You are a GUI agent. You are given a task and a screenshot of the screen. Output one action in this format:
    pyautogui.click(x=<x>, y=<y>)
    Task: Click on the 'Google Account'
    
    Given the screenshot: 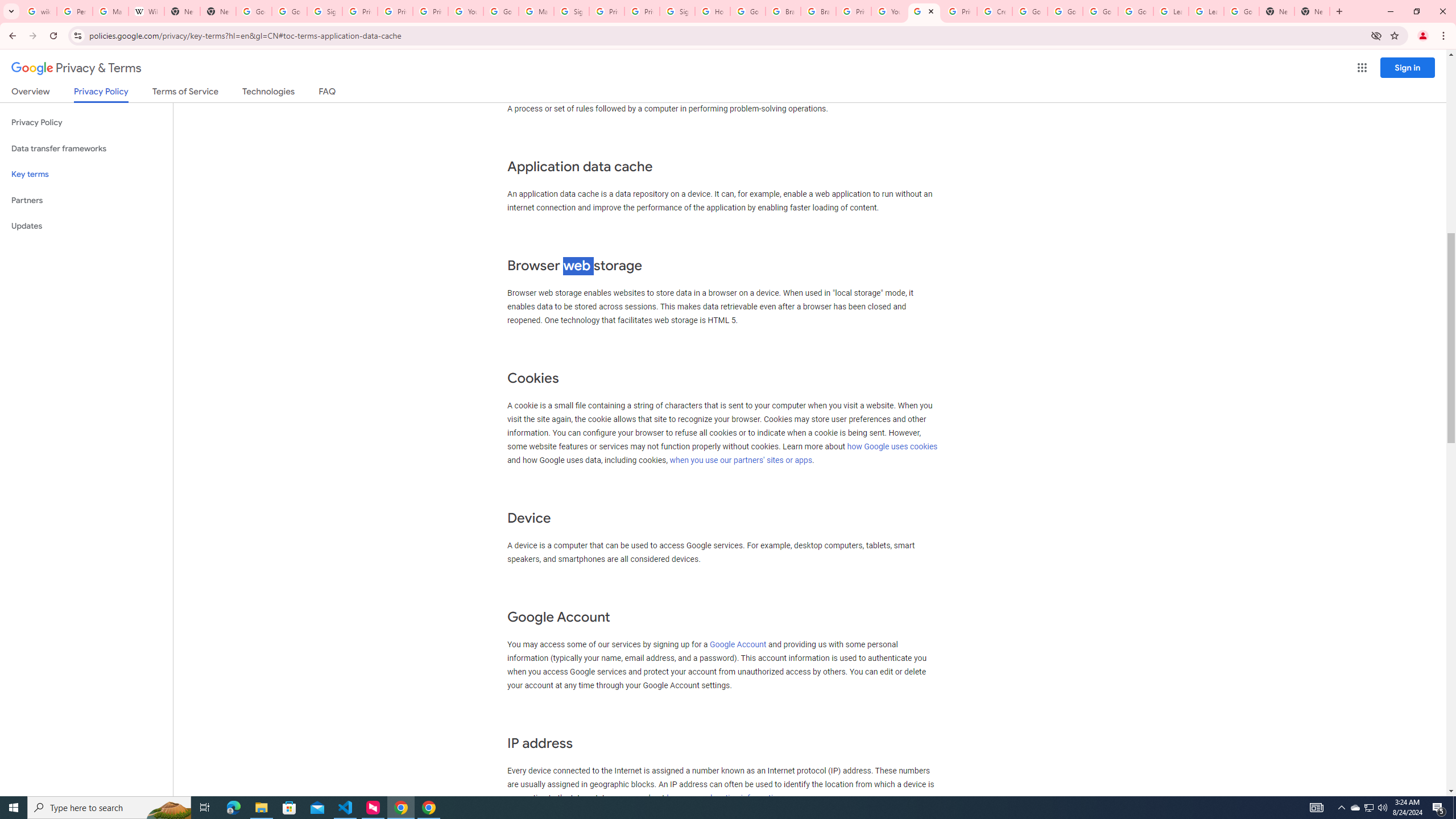 What is the action you would take?
    pyautogui.click(x=737, y=644)
    